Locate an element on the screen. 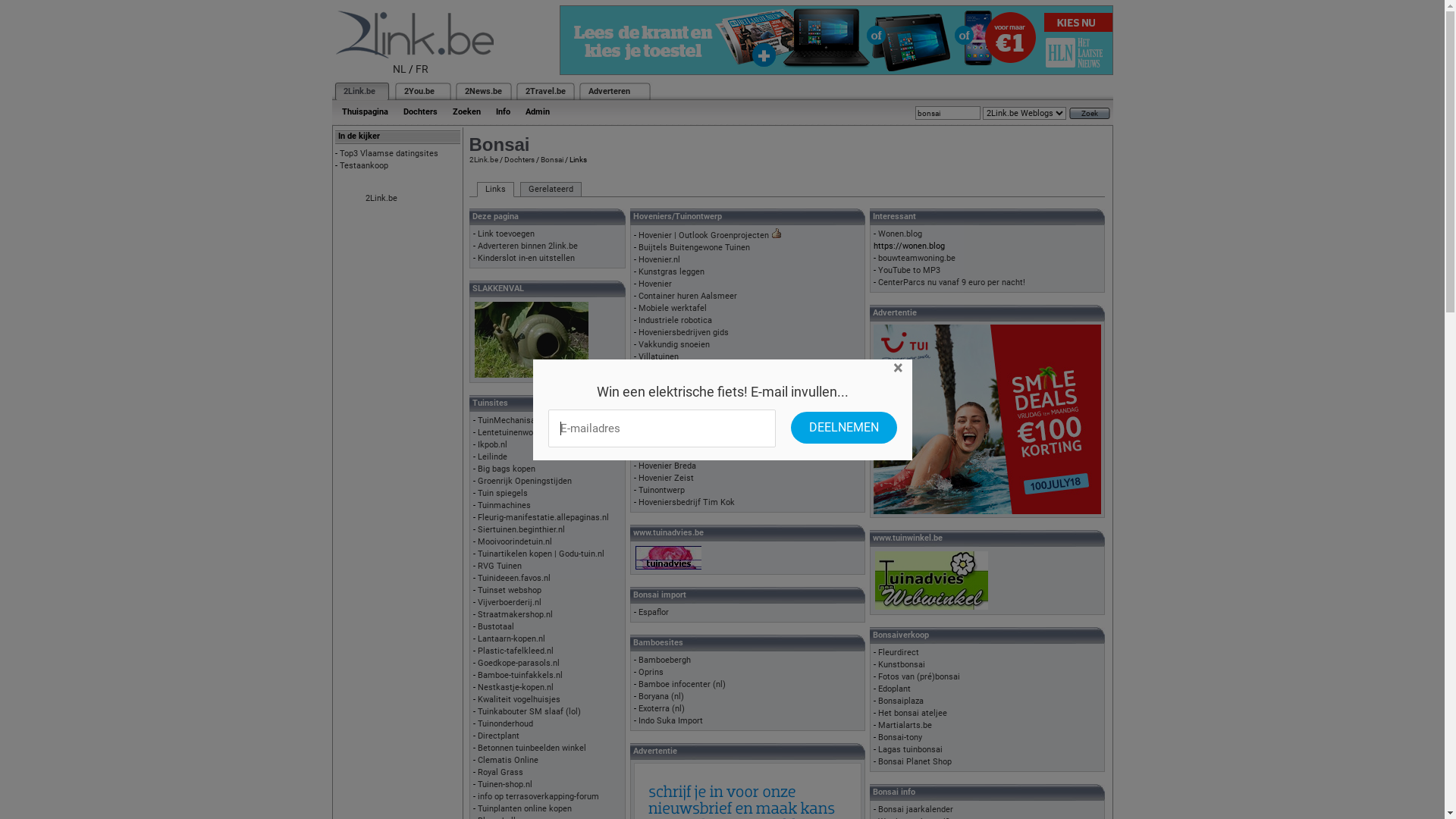  'Directplant' is located at coordinates (498, 735).